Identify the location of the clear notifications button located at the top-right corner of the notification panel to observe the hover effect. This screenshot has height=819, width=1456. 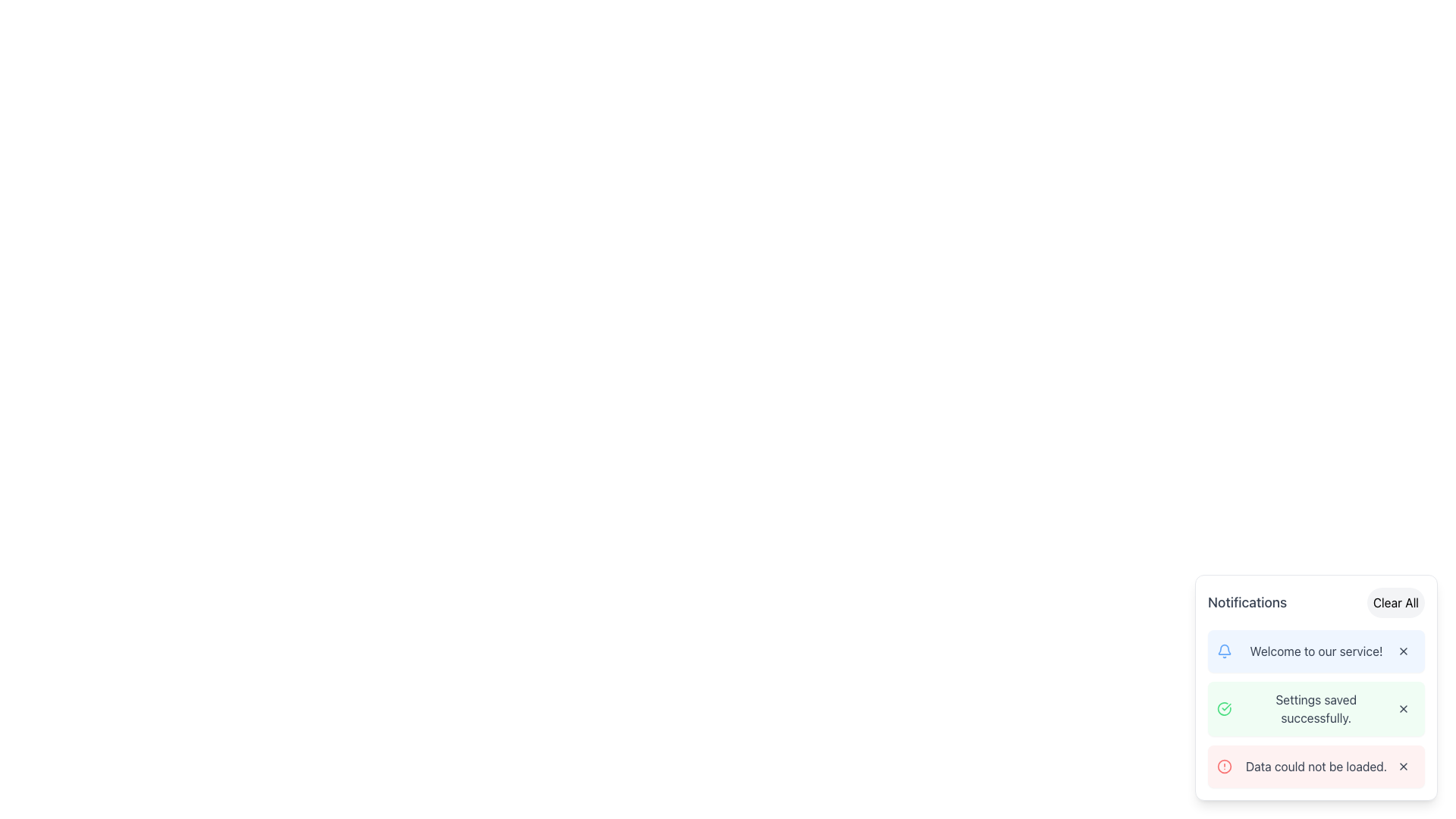
(1395, 601).